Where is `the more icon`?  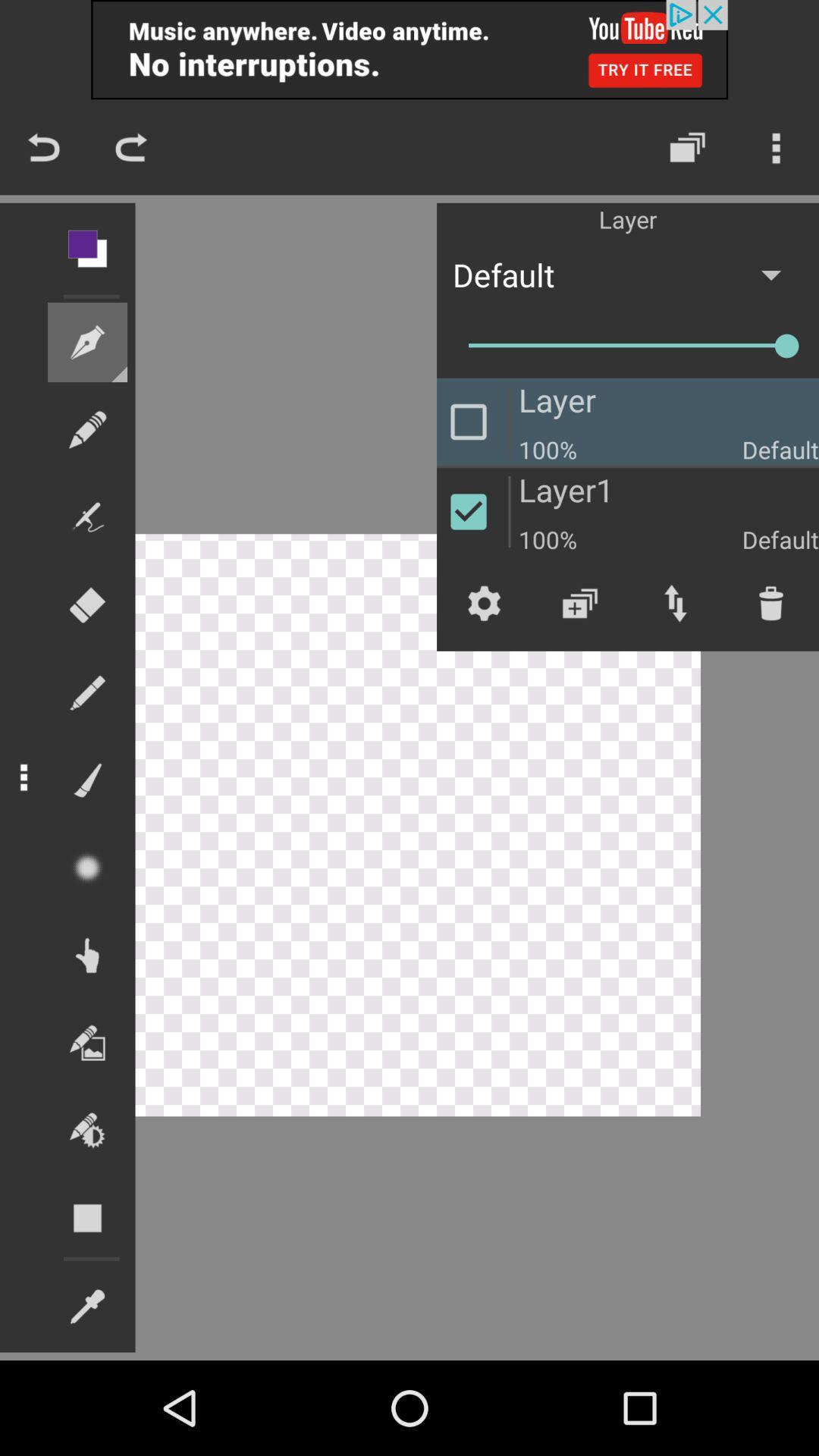 the more icon is located at coordinates (24, 777).